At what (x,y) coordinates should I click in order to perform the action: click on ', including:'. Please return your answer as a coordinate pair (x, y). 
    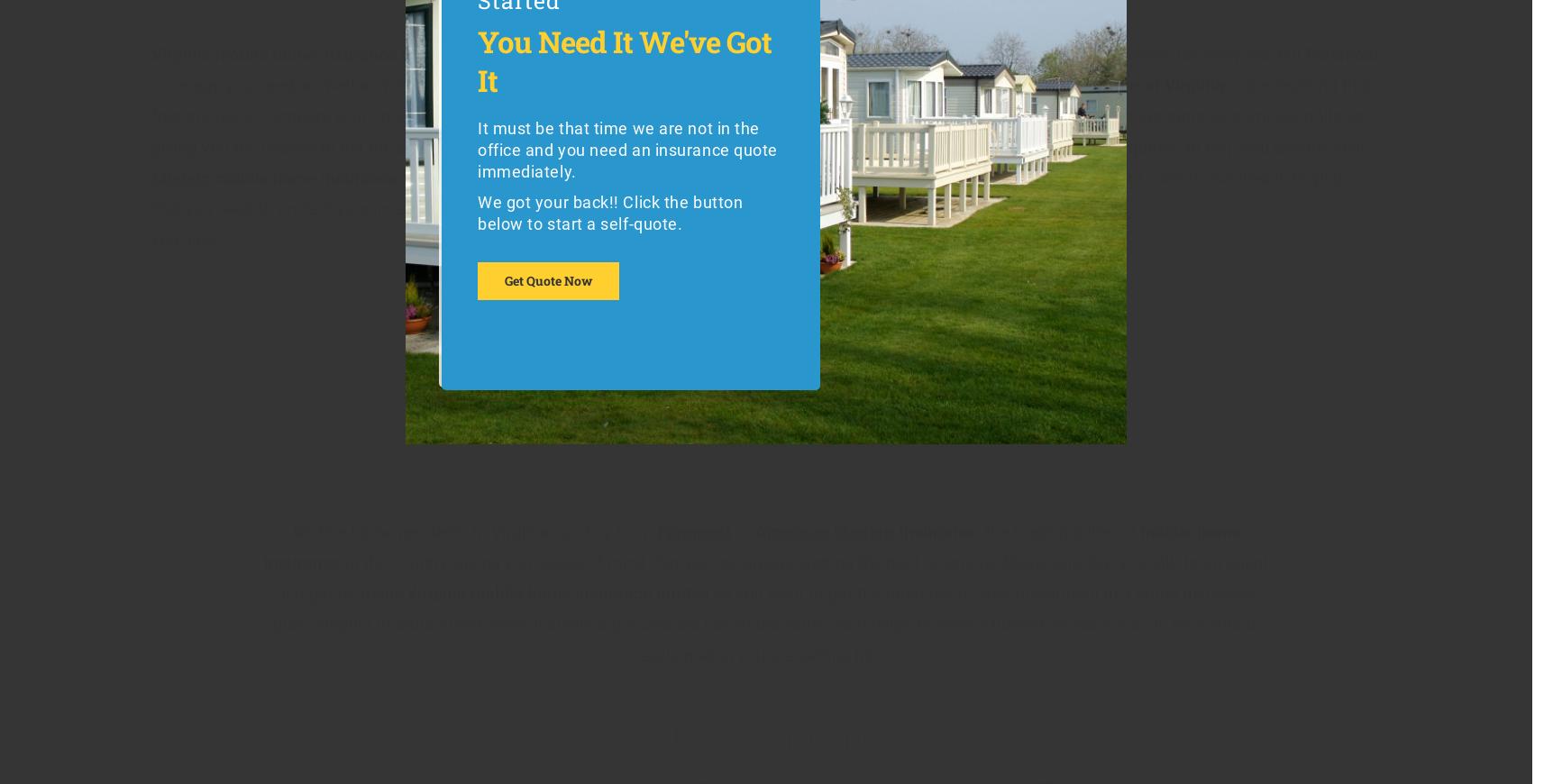
    Looking at the image, I should click on (1067, 207).